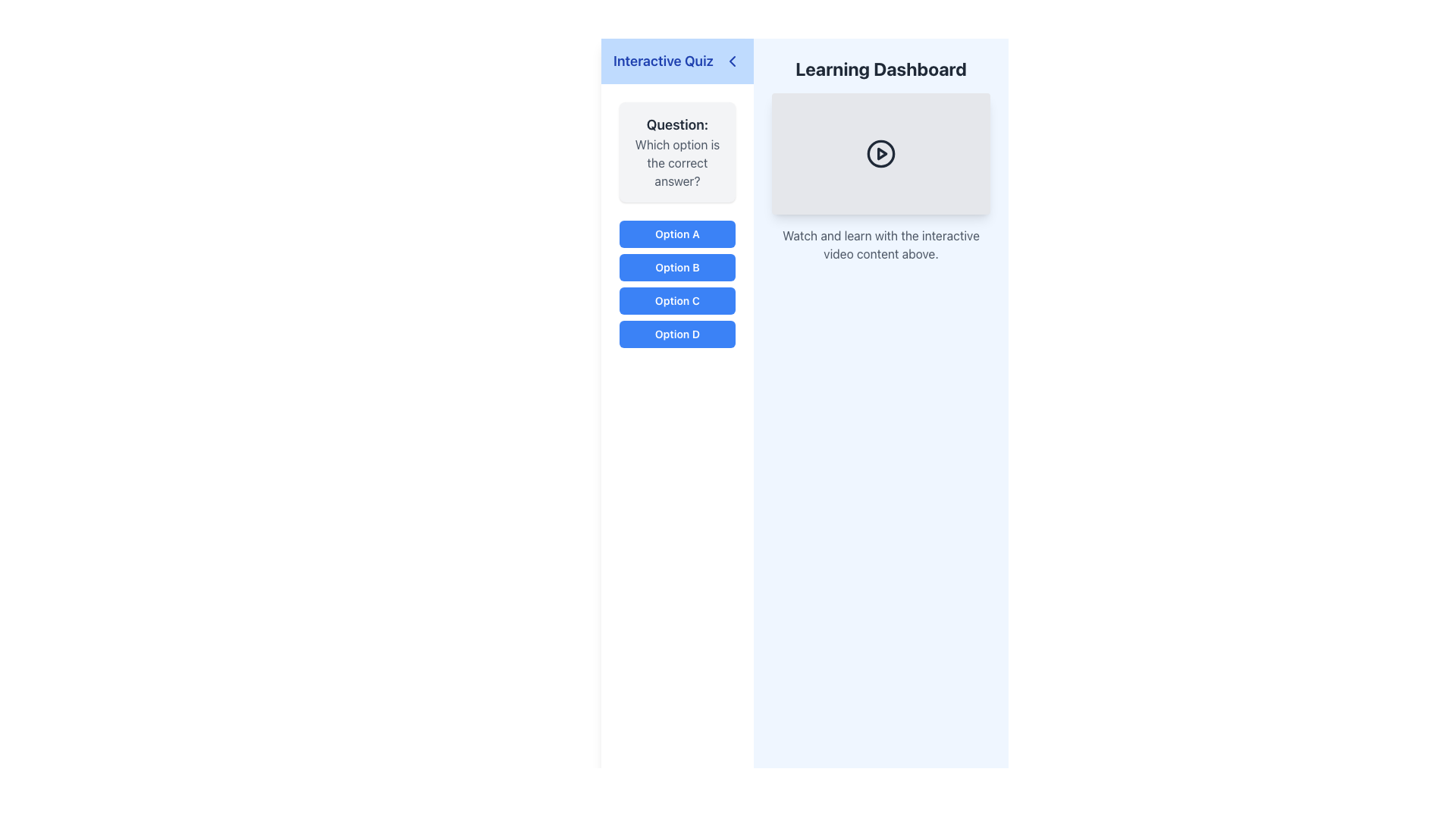 Image resolution: width=1456 pixels, height=819 pixels. Describe the element at coordinates (676, 333) in the screenshot. I see `the fourth button labeled 'Option D' in the Interactive Quiz sidebar` at that location.